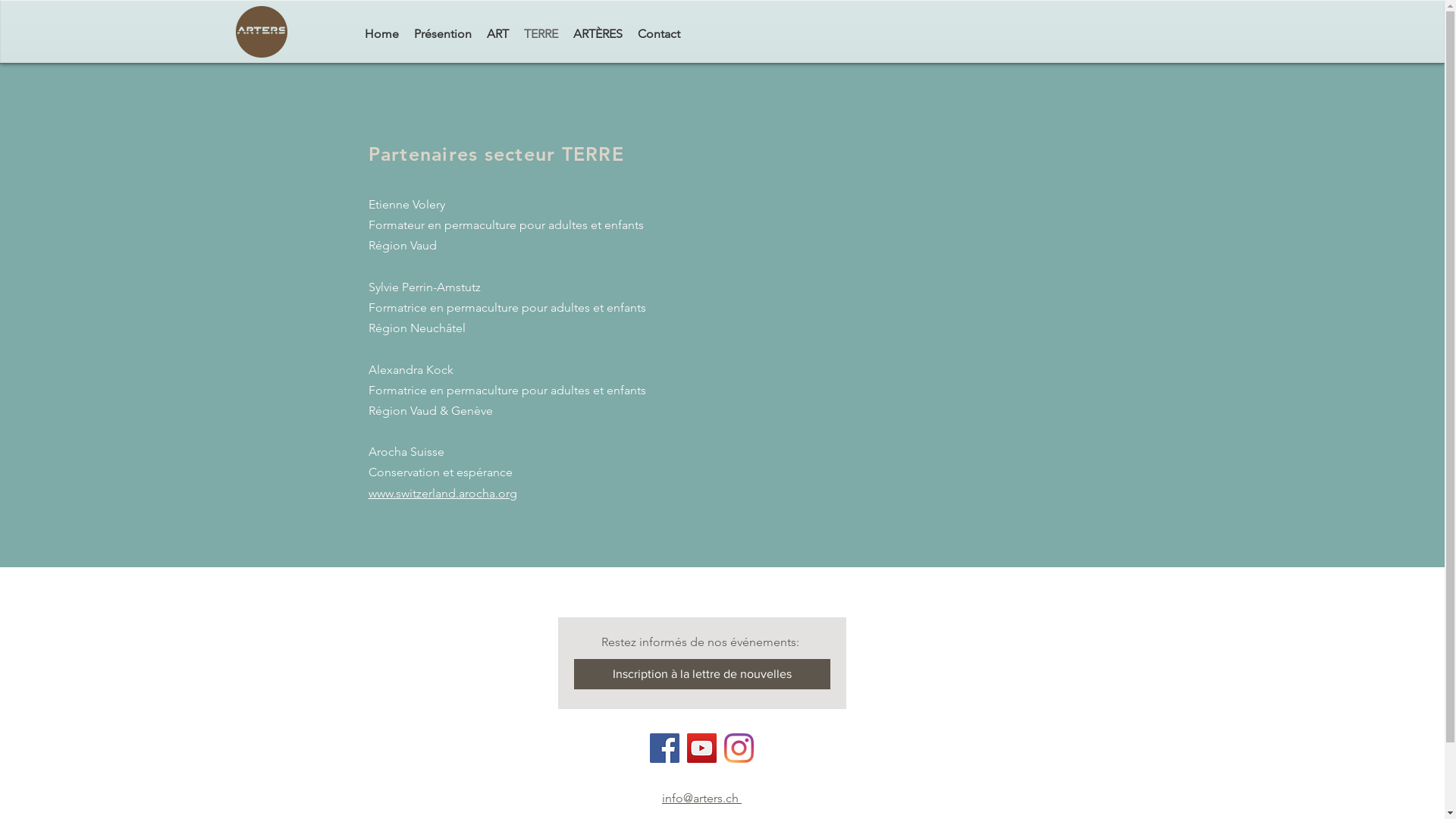 The image size is (1456, 819). I want to click on 'arters_transparent.png', so click(261, 32).